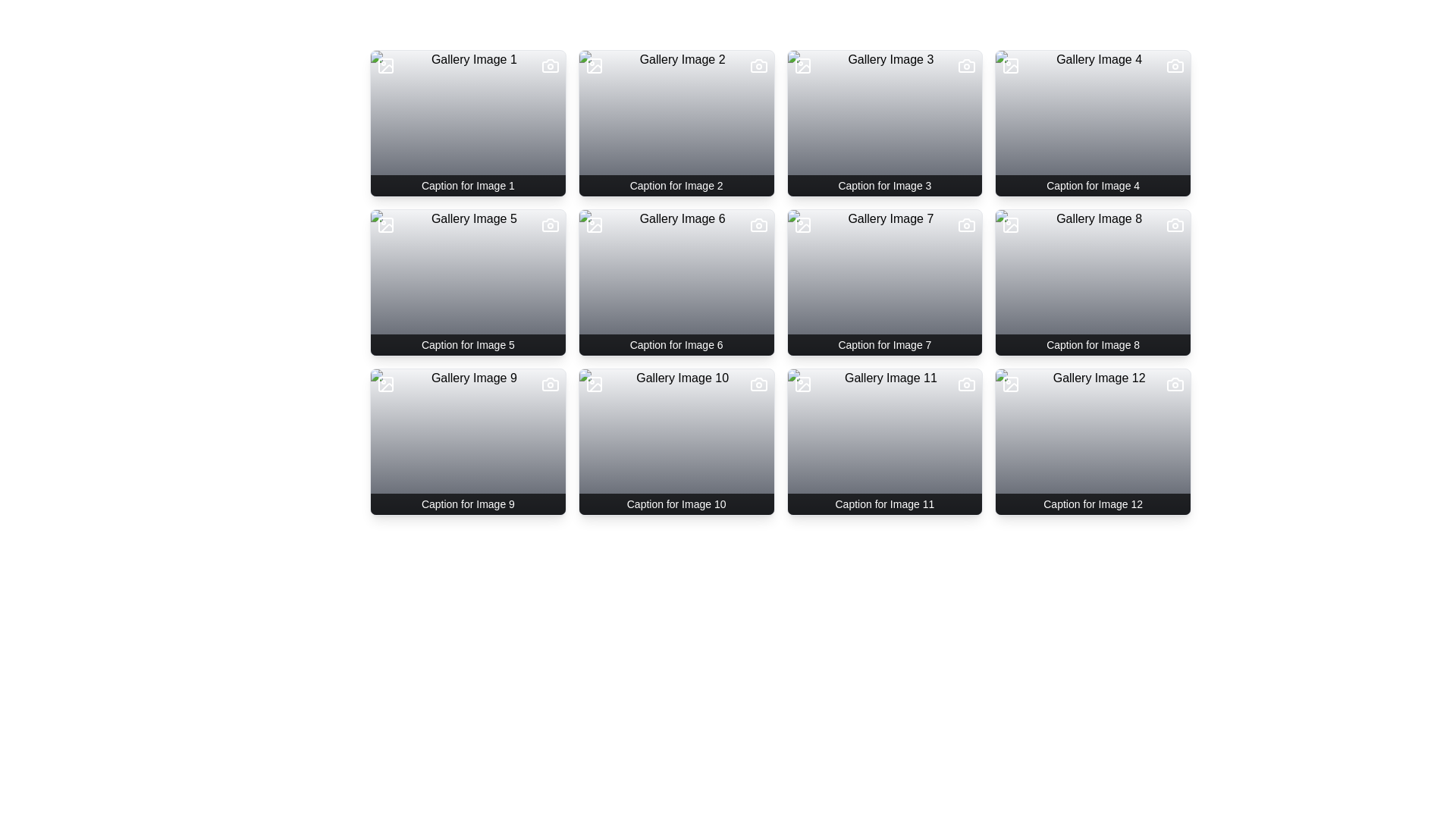  Describe the element at coordinates (1093, 122) in the screenshot. I see `to select the gallery item which is the fourth item in a grid layout, located in the first row, fourth column, directly to the right of 'Caption for Image 3' and above 'Caption for Image 8'` at that location.